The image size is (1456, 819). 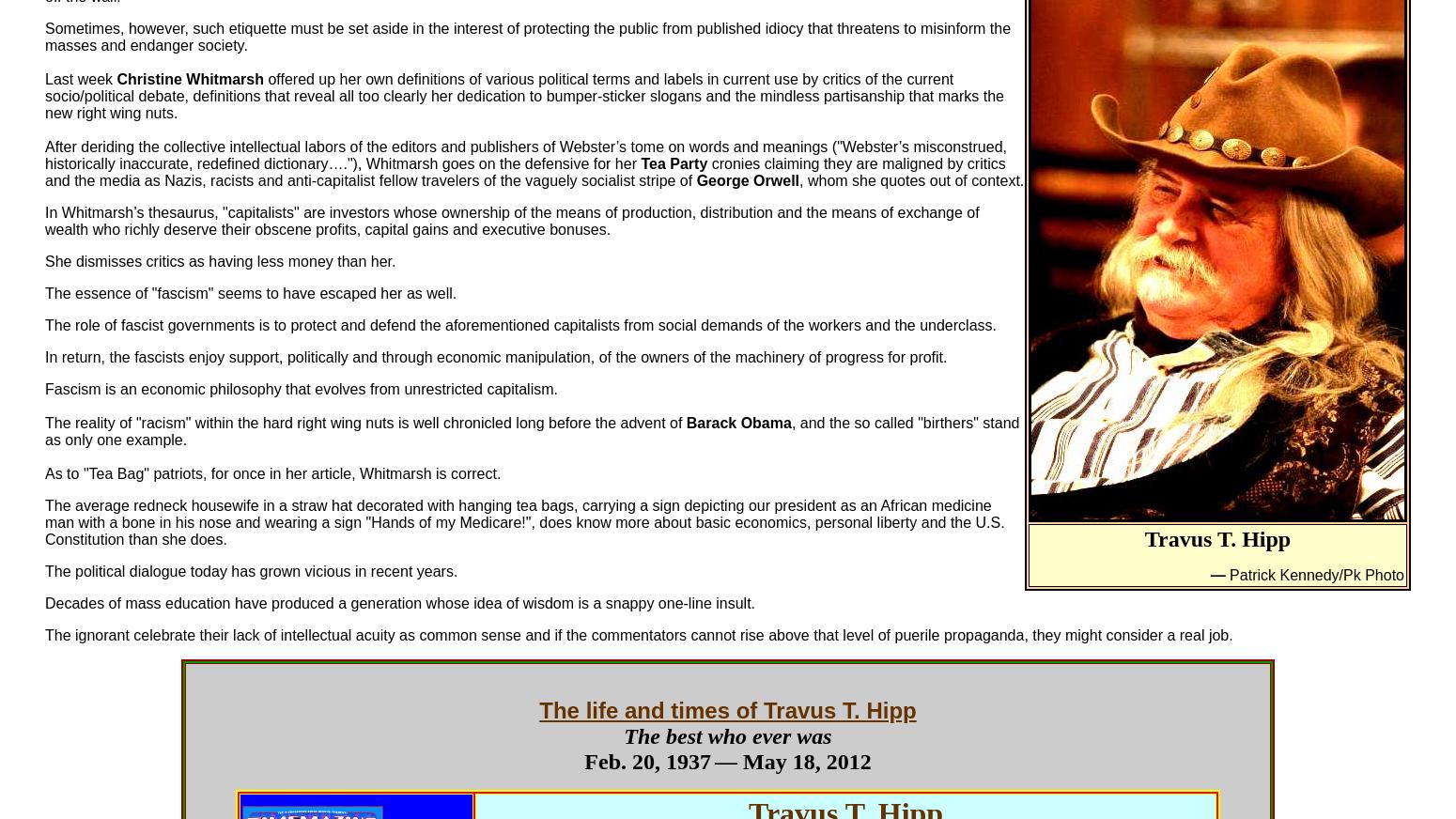 What do you see at coordinates (737, 422) in the screenshot?
I see `'Barack Obama'` at bounding box center [737, 422].